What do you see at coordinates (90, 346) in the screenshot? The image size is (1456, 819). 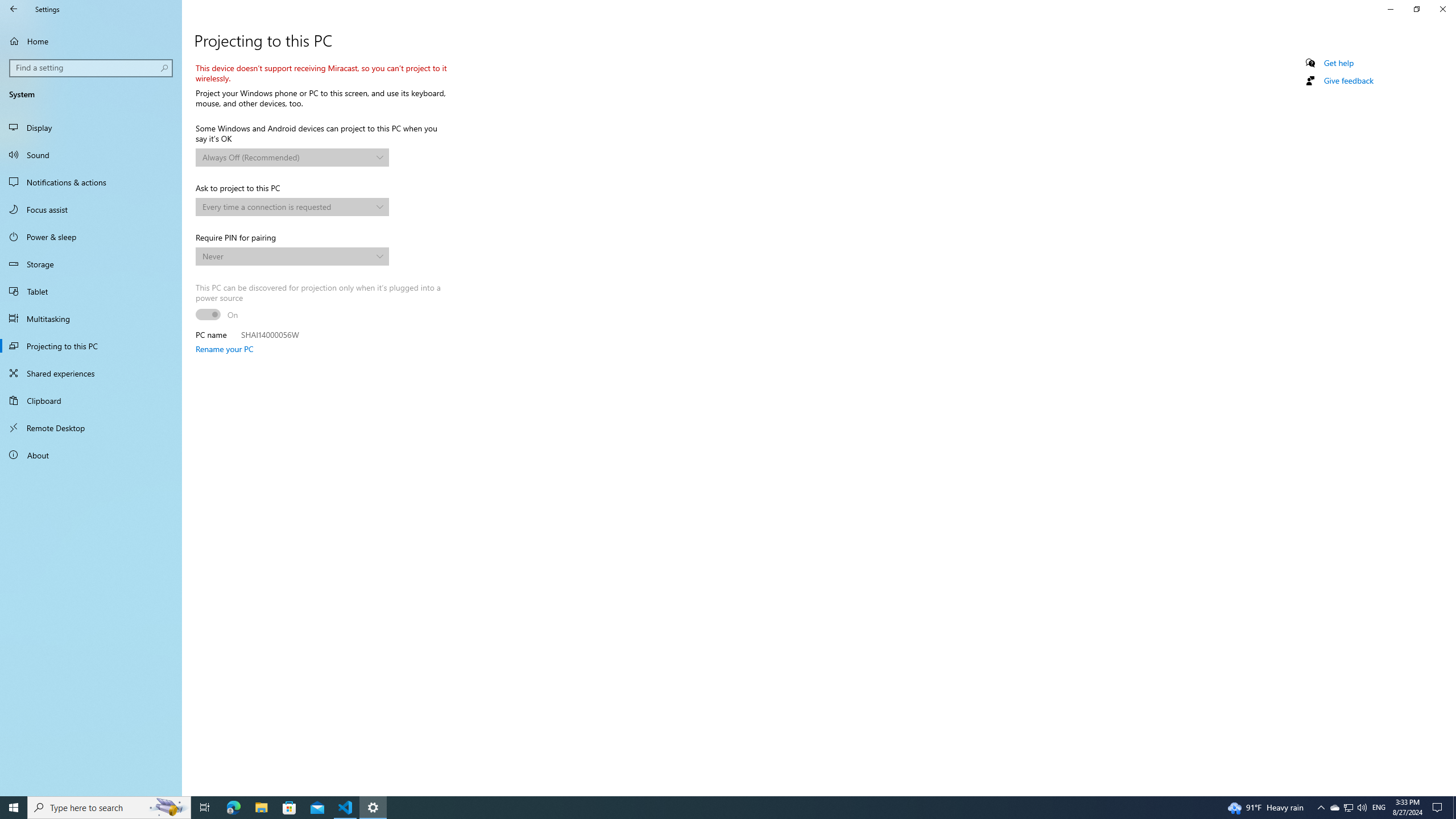 I see `'Projecting to this PC'` at bounding box center [90, 346].